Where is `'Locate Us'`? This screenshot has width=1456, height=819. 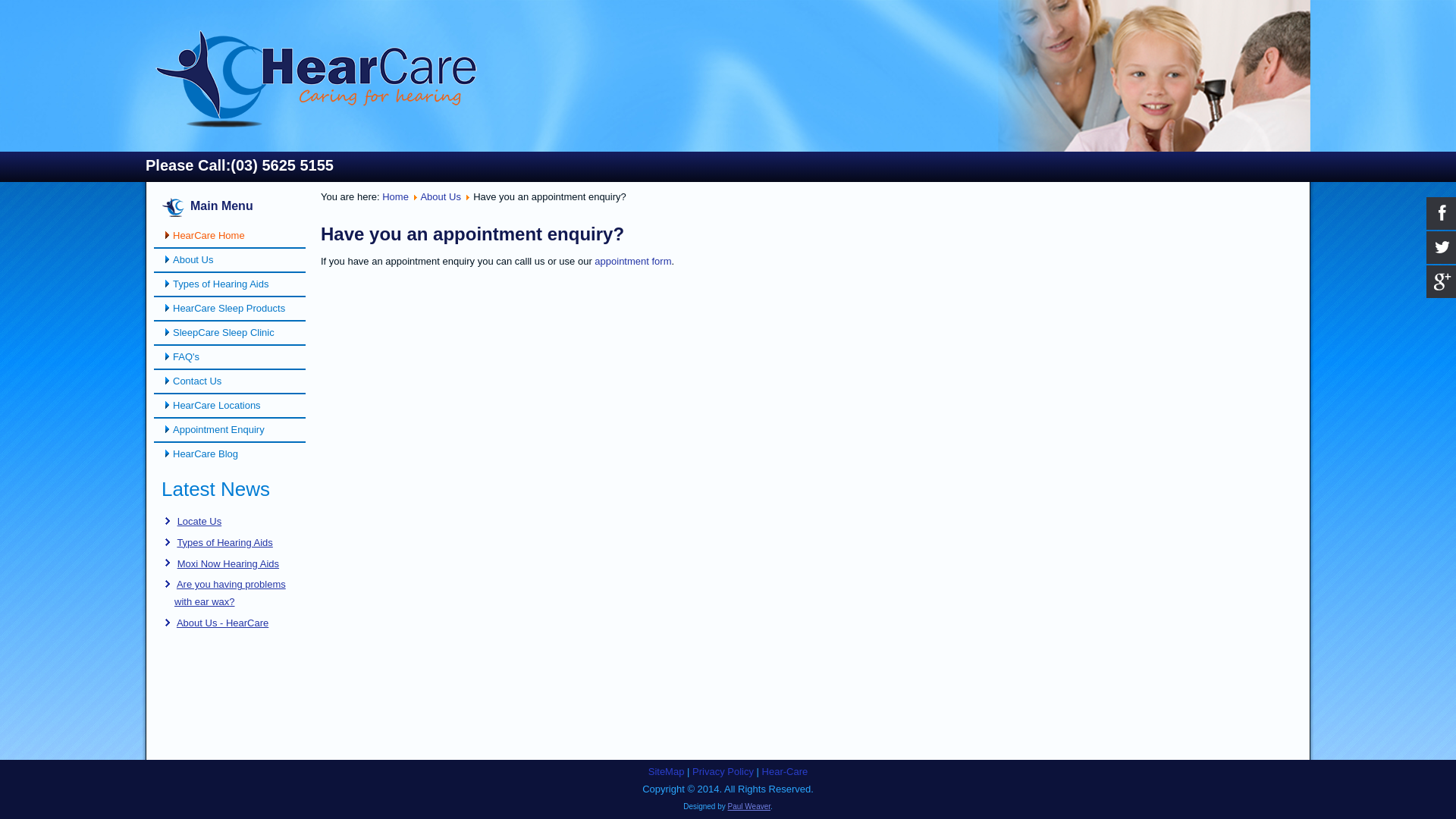
'Locate Us' is located at coordinates (199, 520).